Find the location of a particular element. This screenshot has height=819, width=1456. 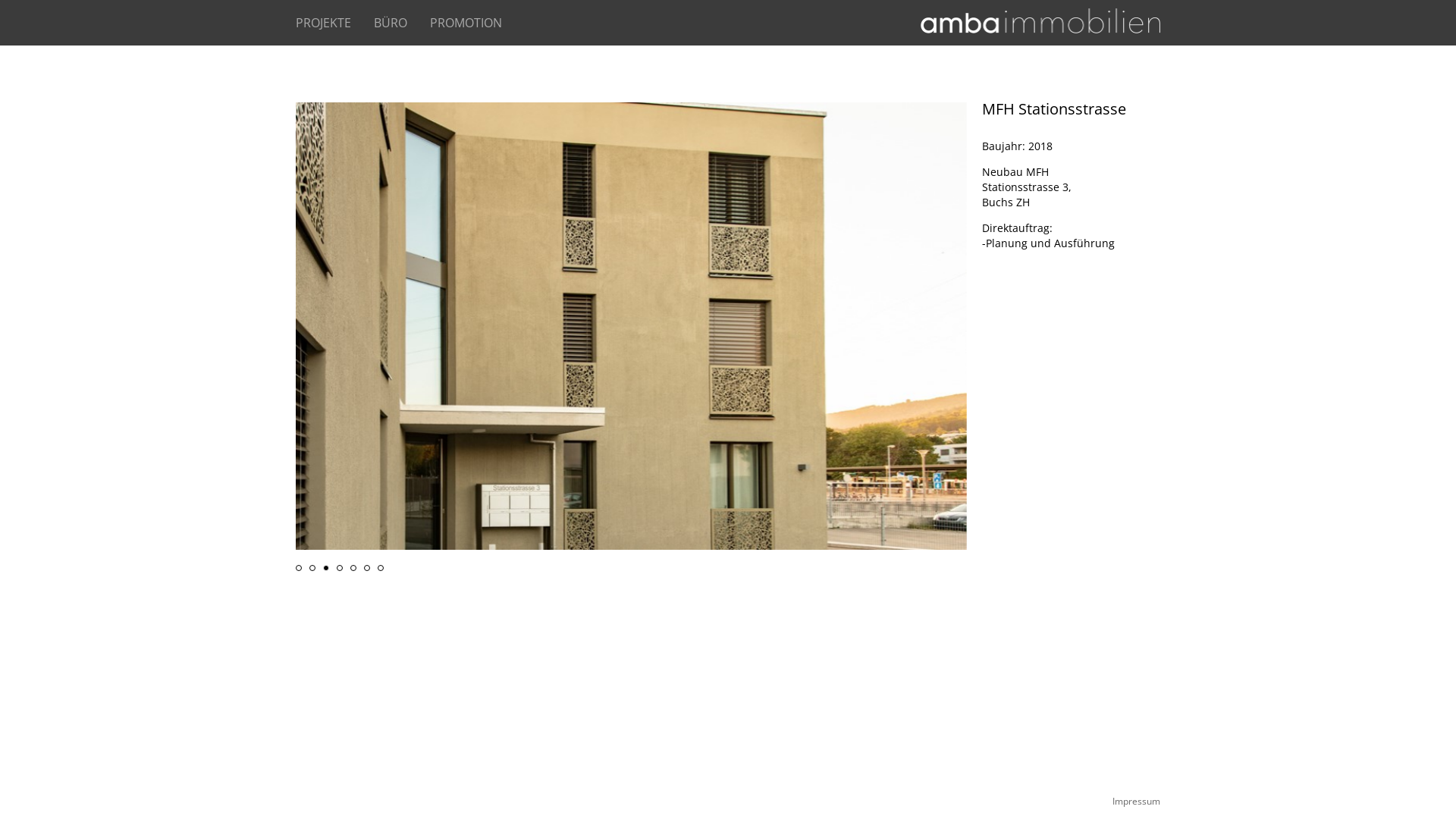

'3' is located at coordinates (325, 567).